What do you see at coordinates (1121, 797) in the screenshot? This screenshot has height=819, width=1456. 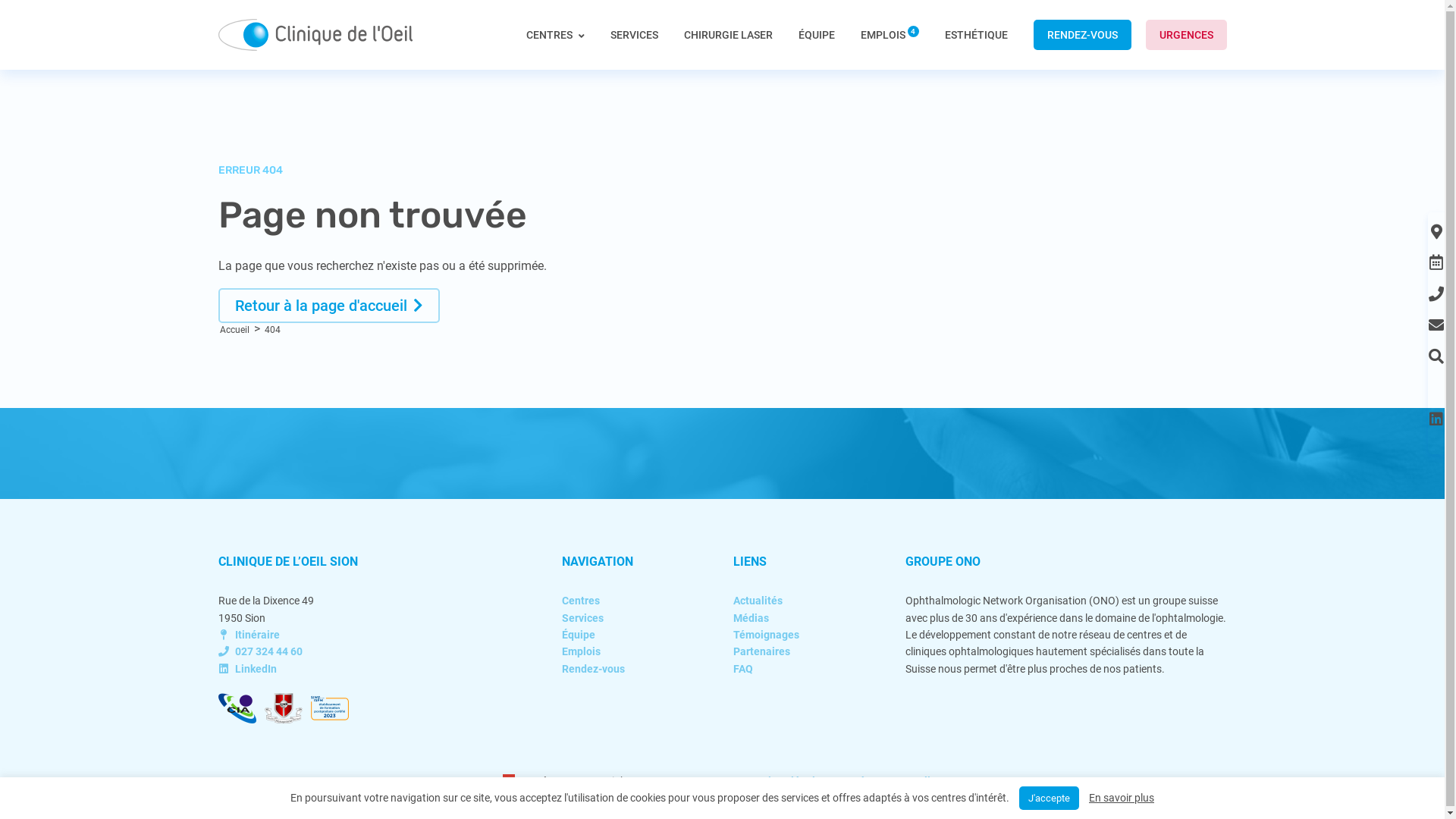 I see `'En savoir plus'` at bounding box center [1121, 797].